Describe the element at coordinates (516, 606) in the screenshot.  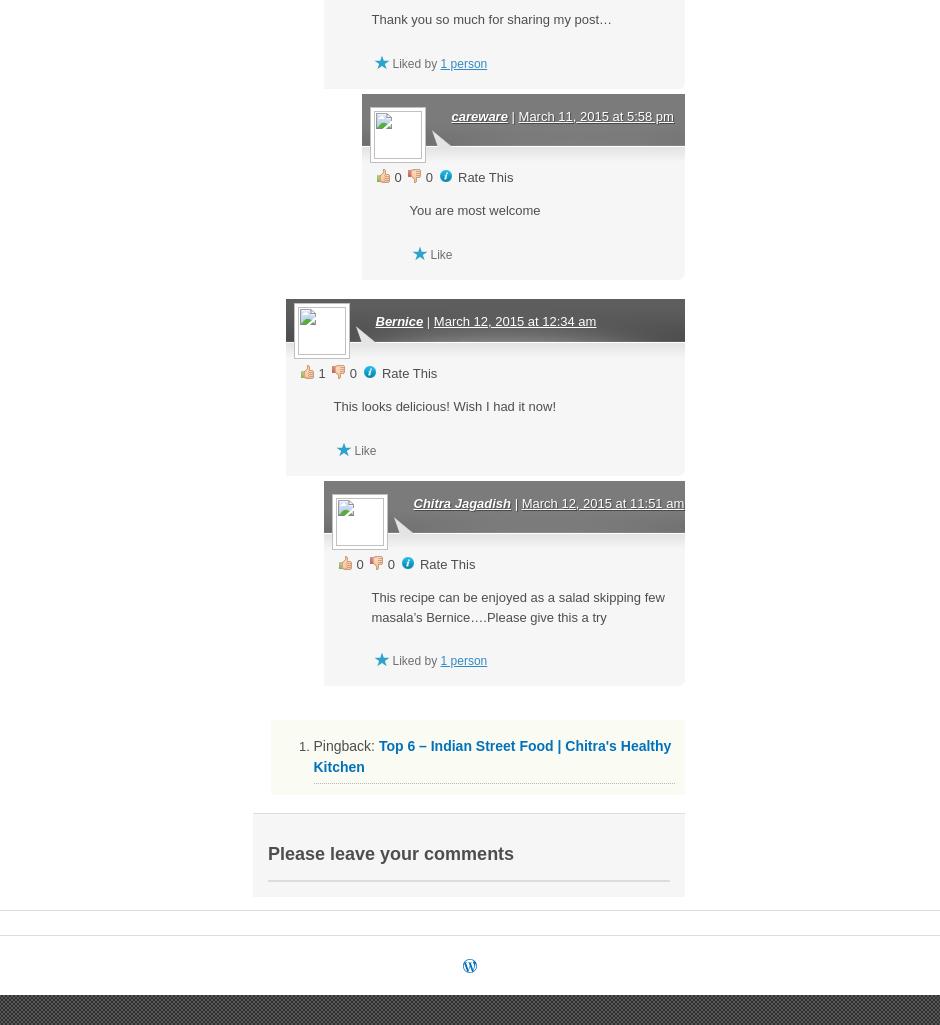
I see `'This recipe can be enjoyed as a salad skipping few masala’s Bernice….Please give this a try'` at that location.